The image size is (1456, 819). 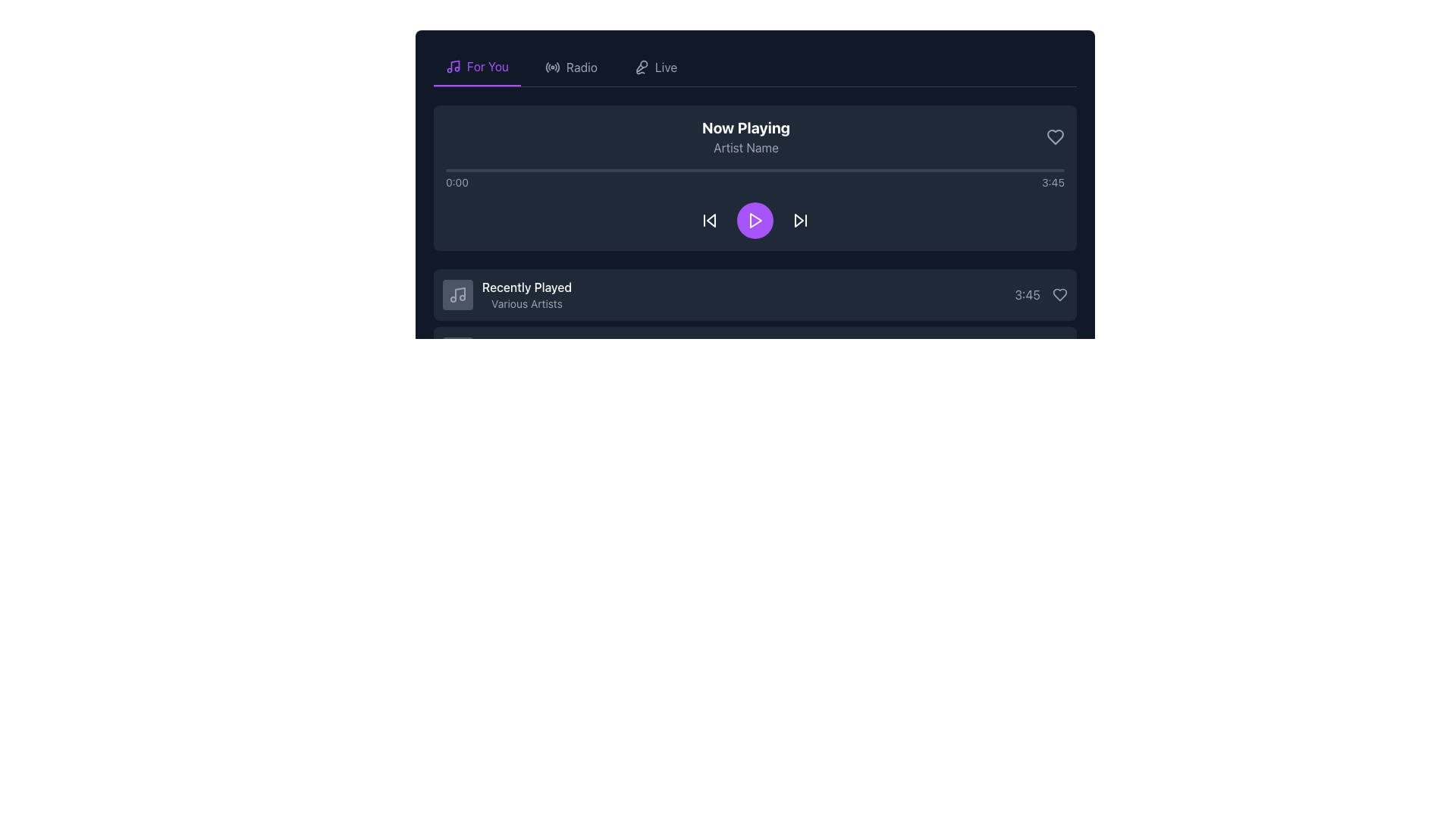 I want to click on the backward skip icon button, which is a lightweight SVG graphic styled in white, located to the left of the purple play button in the media player interface, so click(x=709, y=220).